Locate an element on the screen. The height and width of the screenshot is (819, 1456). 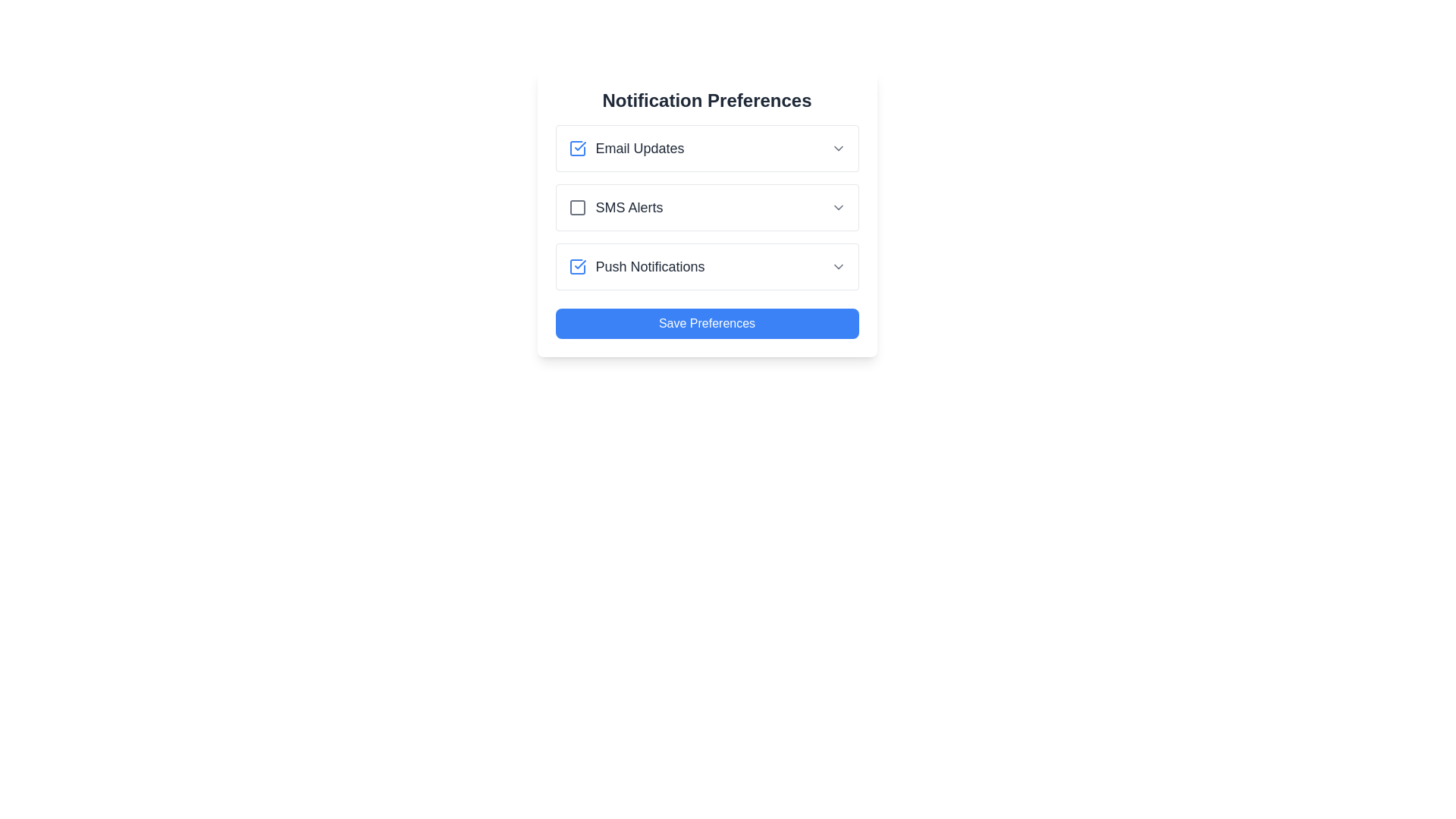
the checkbox labeled 'Push Notifications' is located at coordinates (636, 265).